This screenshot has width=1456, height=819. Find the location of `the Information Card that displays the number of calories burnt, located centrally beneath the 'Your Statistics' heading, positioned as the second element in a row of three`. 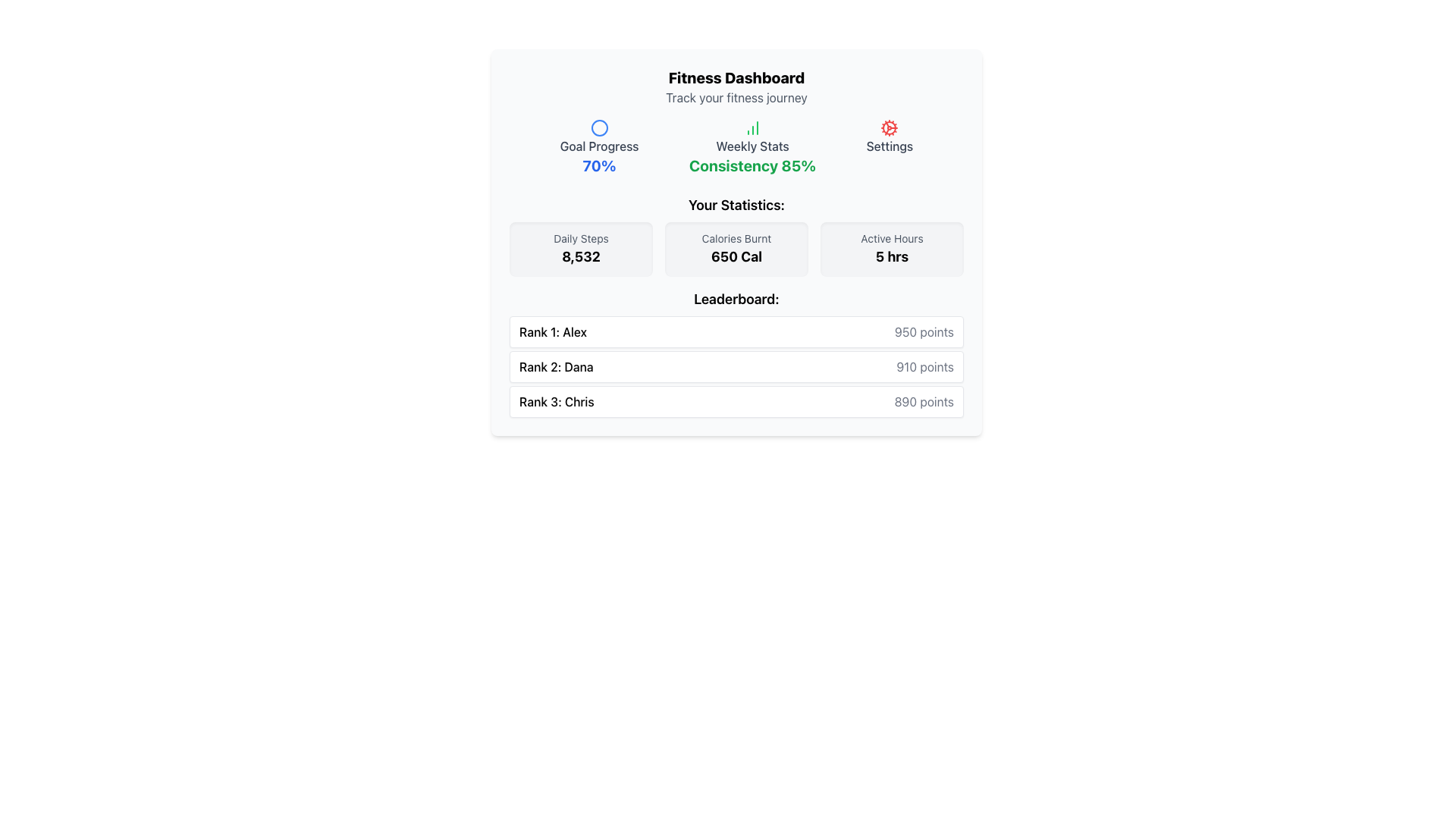

the Information Card that displays the number of calories burnt, located centrally beneath the 'Your Statistics' heading, positioned as the second element in a row of three is located at coordinates (736, 248).